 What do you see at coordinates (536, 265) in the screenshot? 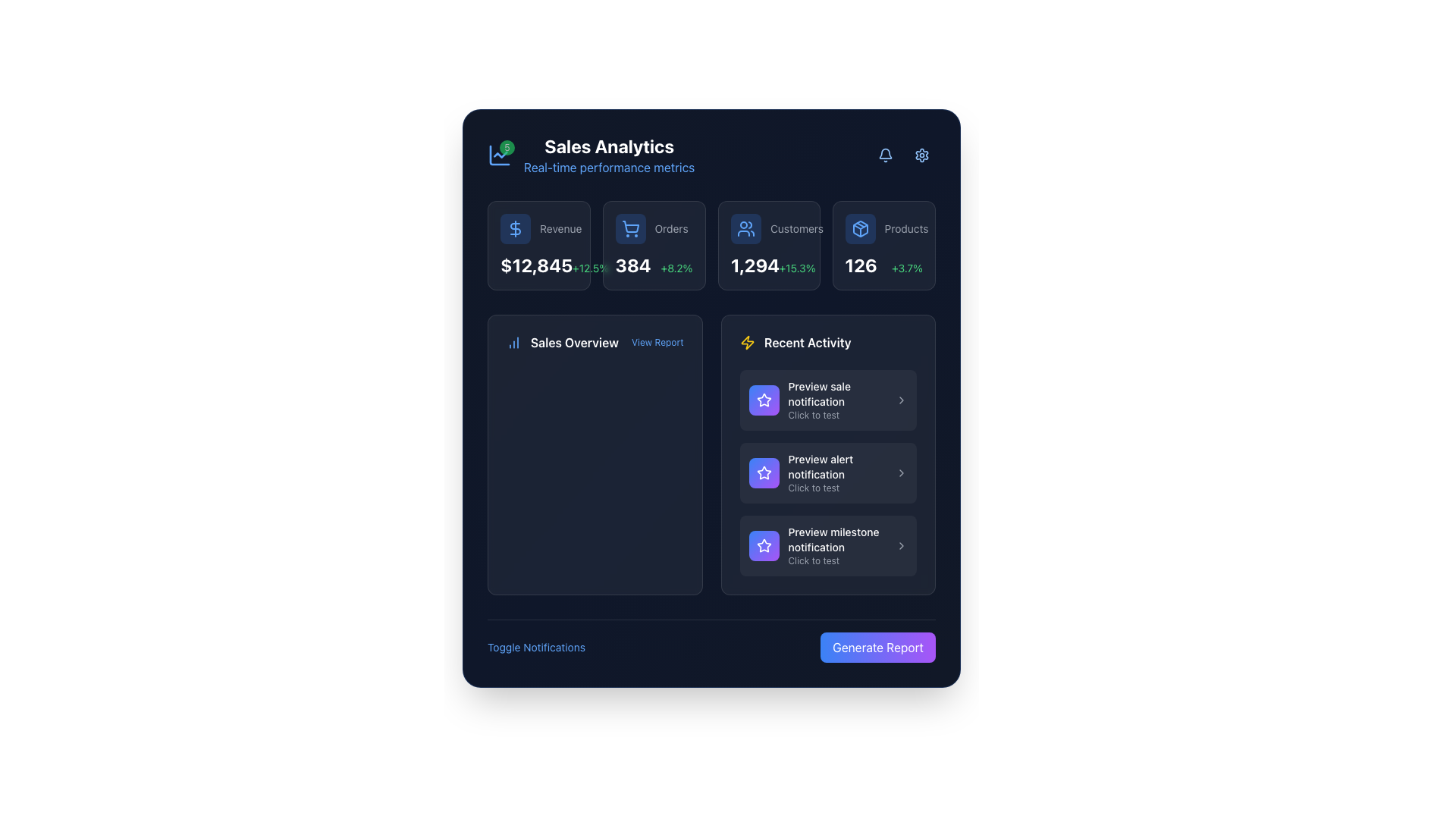
I see `total revenue metric displayed on the text label located prominently to the left of a smaller green text showing the percentage '+12.5%' within the first card on the dashboard` at bounding box center [536, 265].